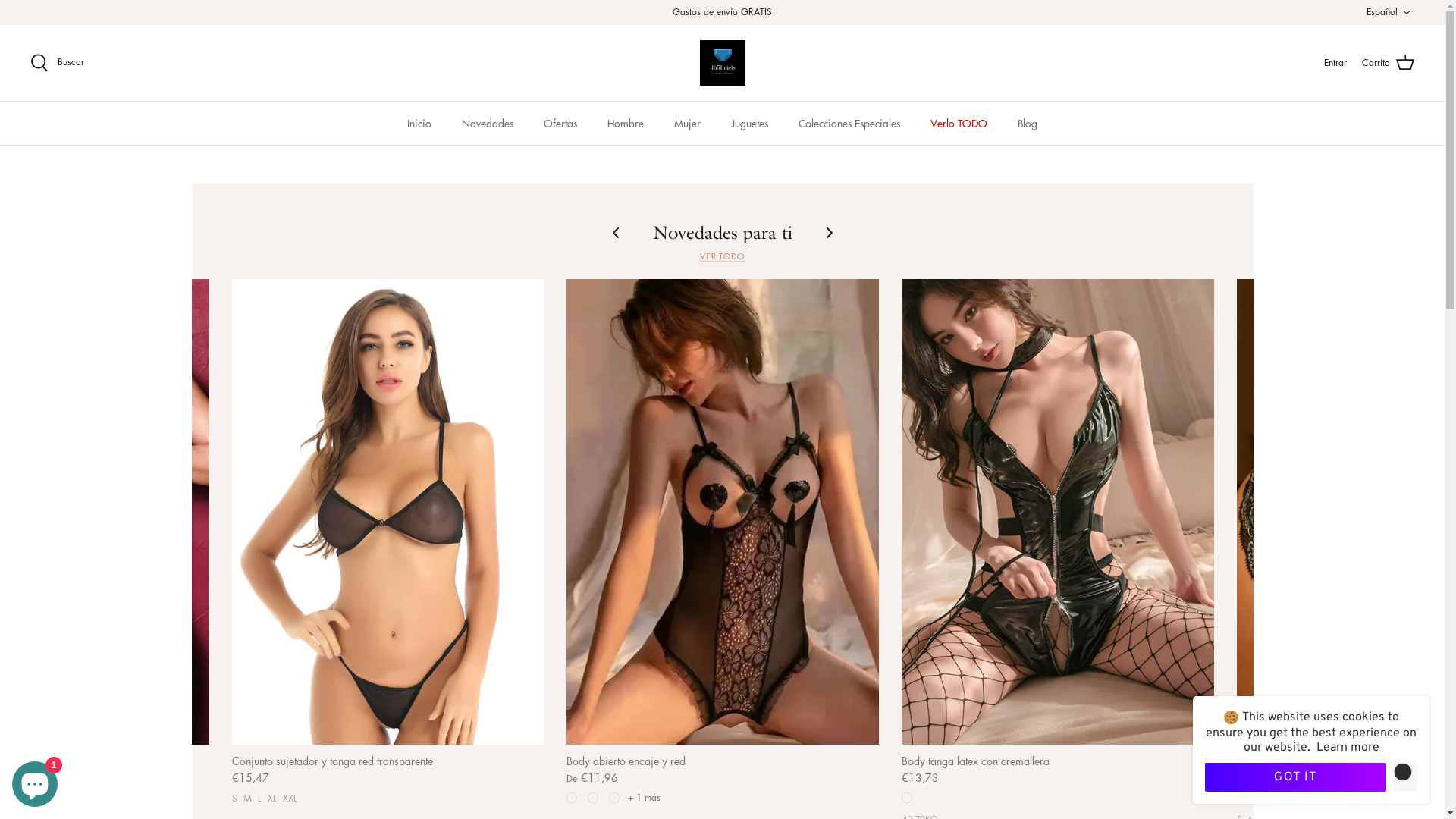 This screenshot has height=819, width=1456. What do you see at coordinates (721, 253) in the screenshot?
I see `'VER TODO'` at bounding box center [721, 253].